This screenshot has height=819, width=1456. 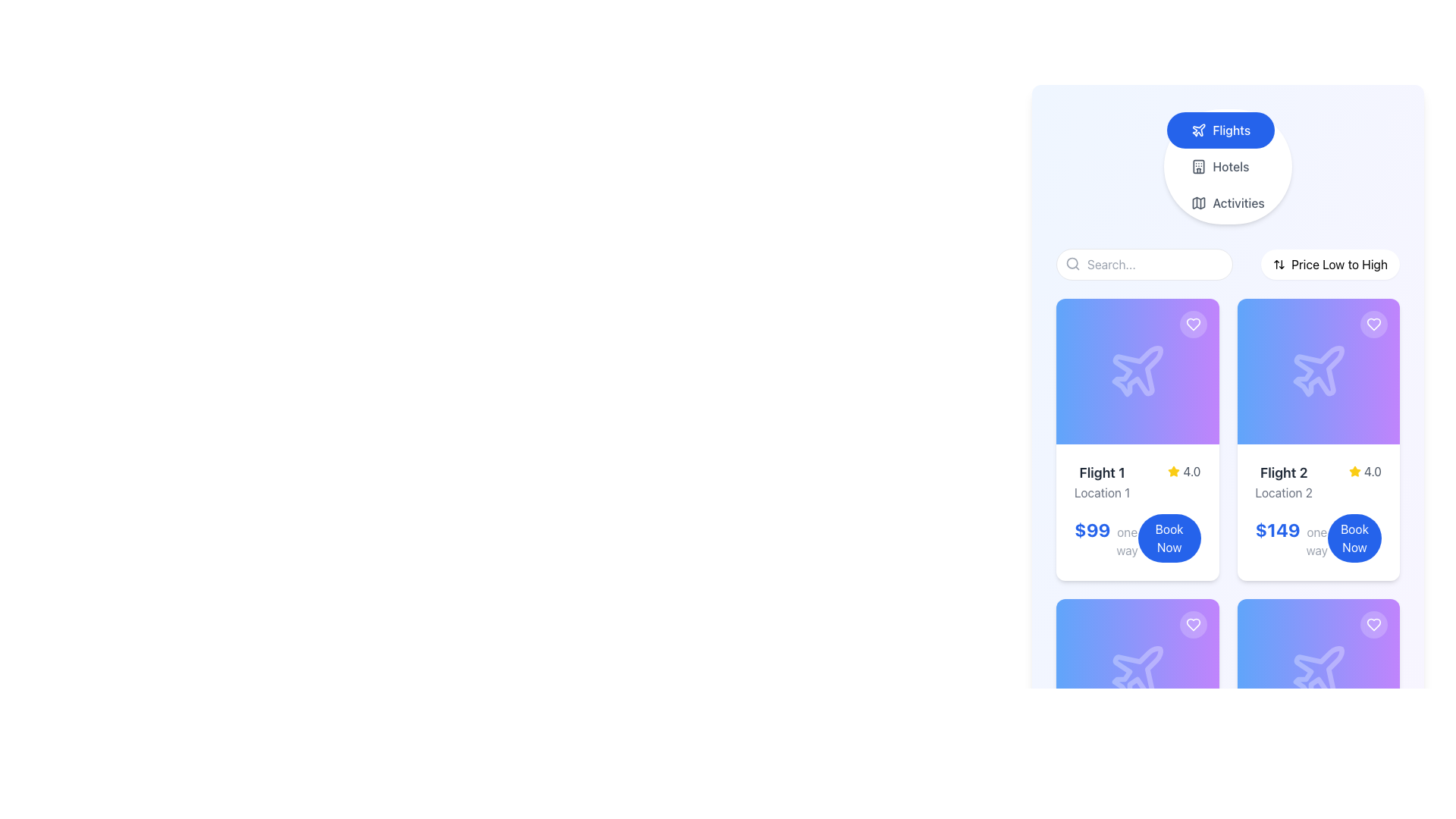 What do you see at coordinates (1283, 482) in the screenshot?
I see `and interpret the text content of the title and location details in the Text block located at the top-left of the second card in the second column of the grid` at bounding box center [1283, 482].